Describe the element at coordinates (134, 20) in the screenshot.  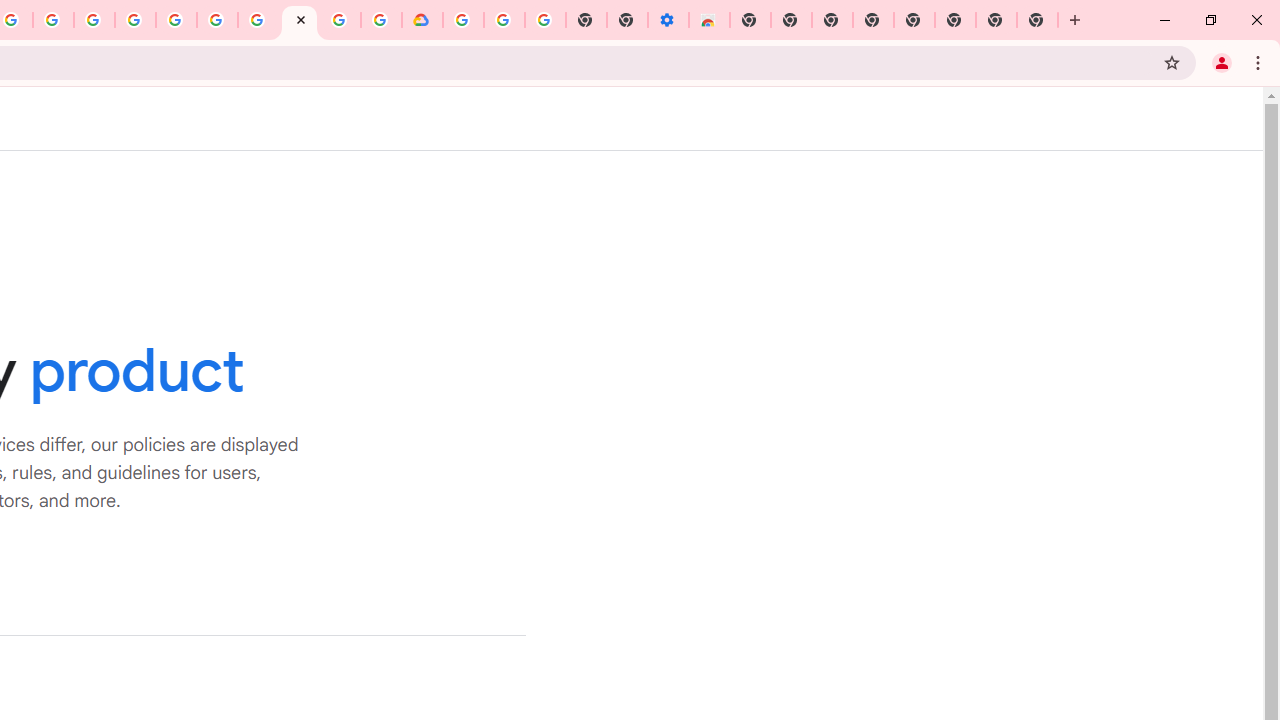
I see `'Ad Settings'` at that location.